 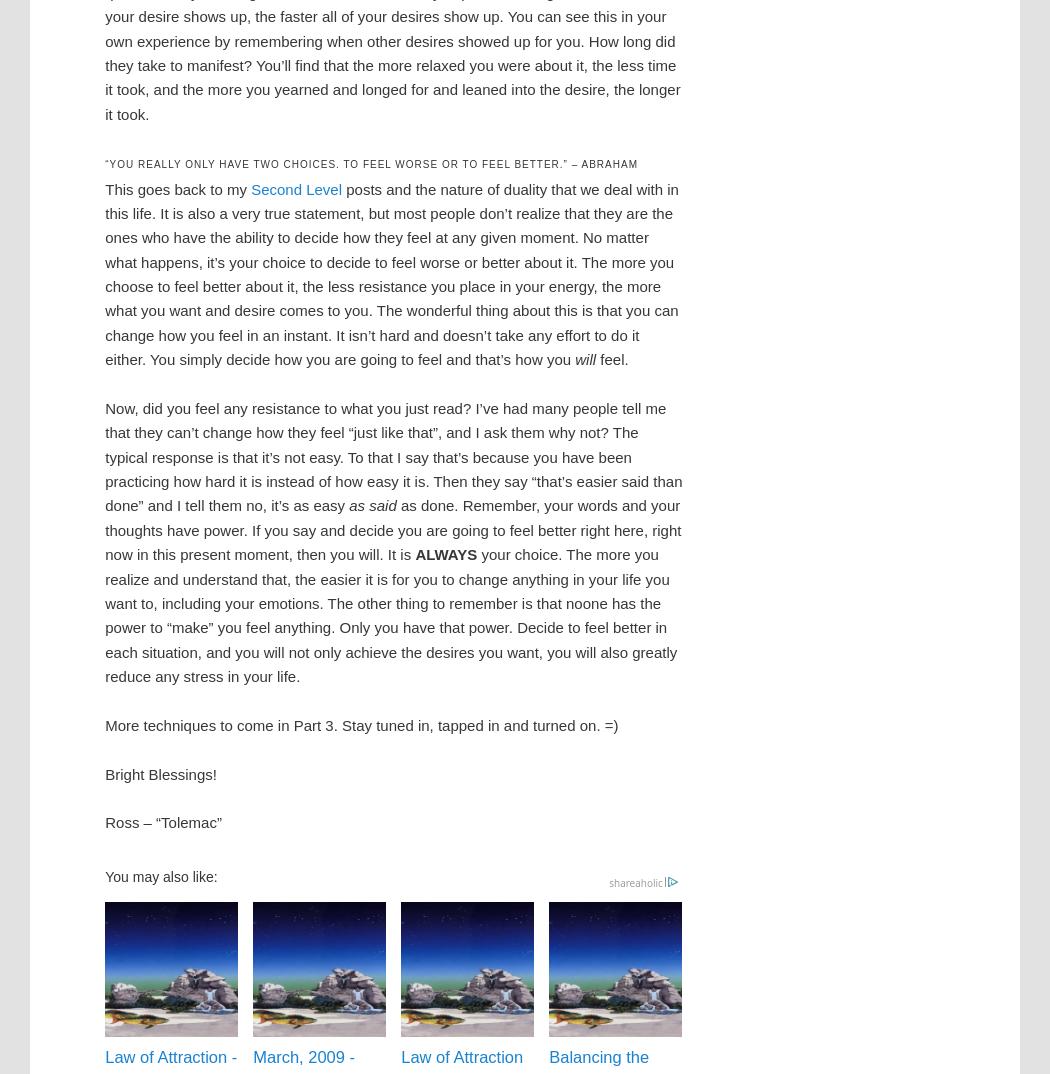 What do you see at coordinates (391, 273) in the screenshot?
I see `'posts and the nature of duality that we deal with in this life. It is also a very true statement, but most people don’t realize that they are the ones who have the ability to decide how they feel at any given moment. No matter what happens, it’s your choice to decide to feel worse or better about it. The more you choose to feel better about it, the less resistance you place in your energy, the more what you want and desire comes to you. The wonderful thing about this is that you can change how you feel in an instant. It isn’t hard and doesn’t take any effort to do it either. You simply decide how you are going to feel and that’s how you'` at bounding box center [391, 273].